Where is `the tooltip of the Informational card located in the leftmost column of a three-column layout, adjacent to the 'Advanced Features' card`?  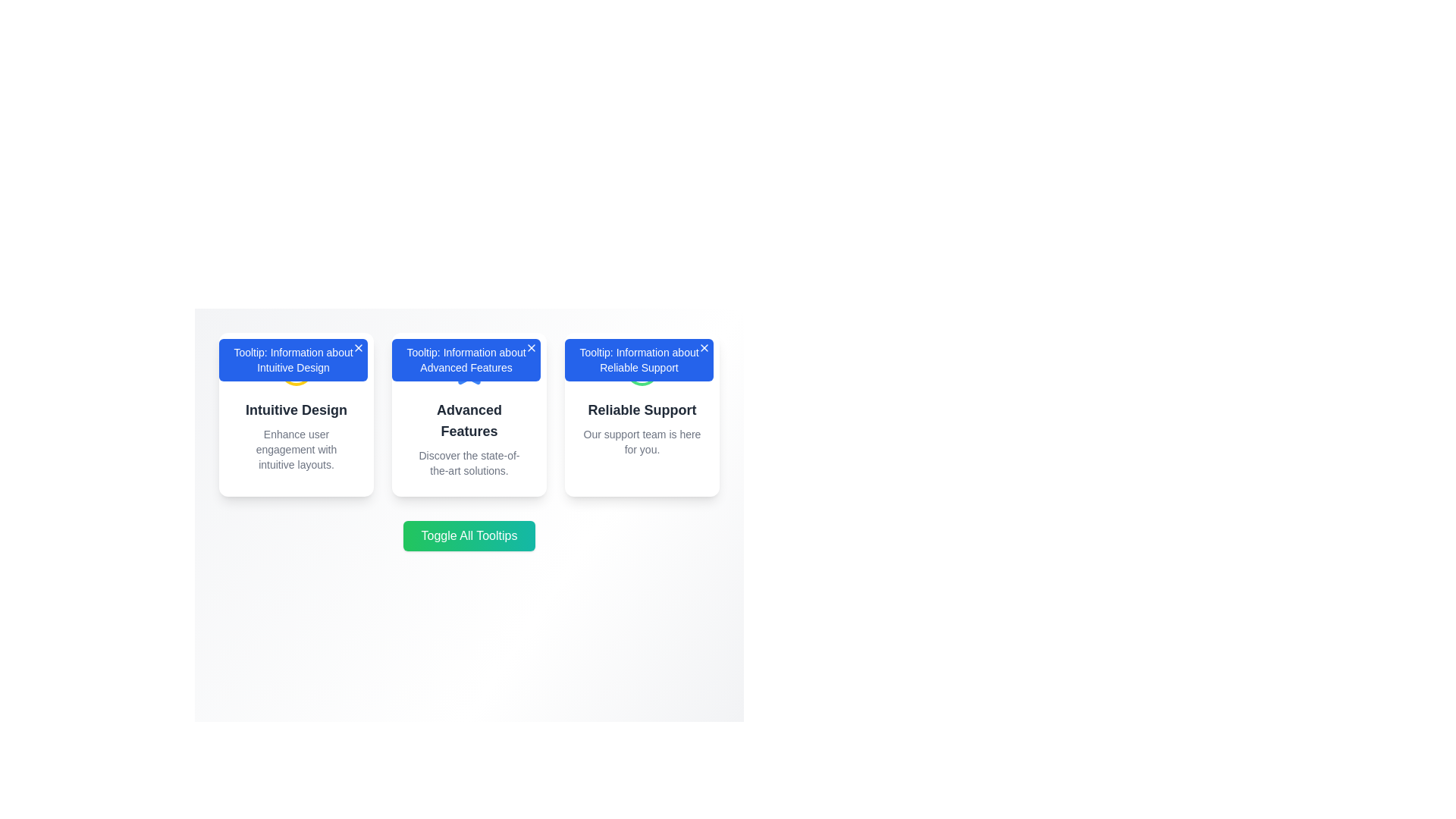
the tooltip of the Informational card located in the leftmost column of a three-column layout, adjacent to the 'Advanced Features' card is located at coordinates (296, 415).